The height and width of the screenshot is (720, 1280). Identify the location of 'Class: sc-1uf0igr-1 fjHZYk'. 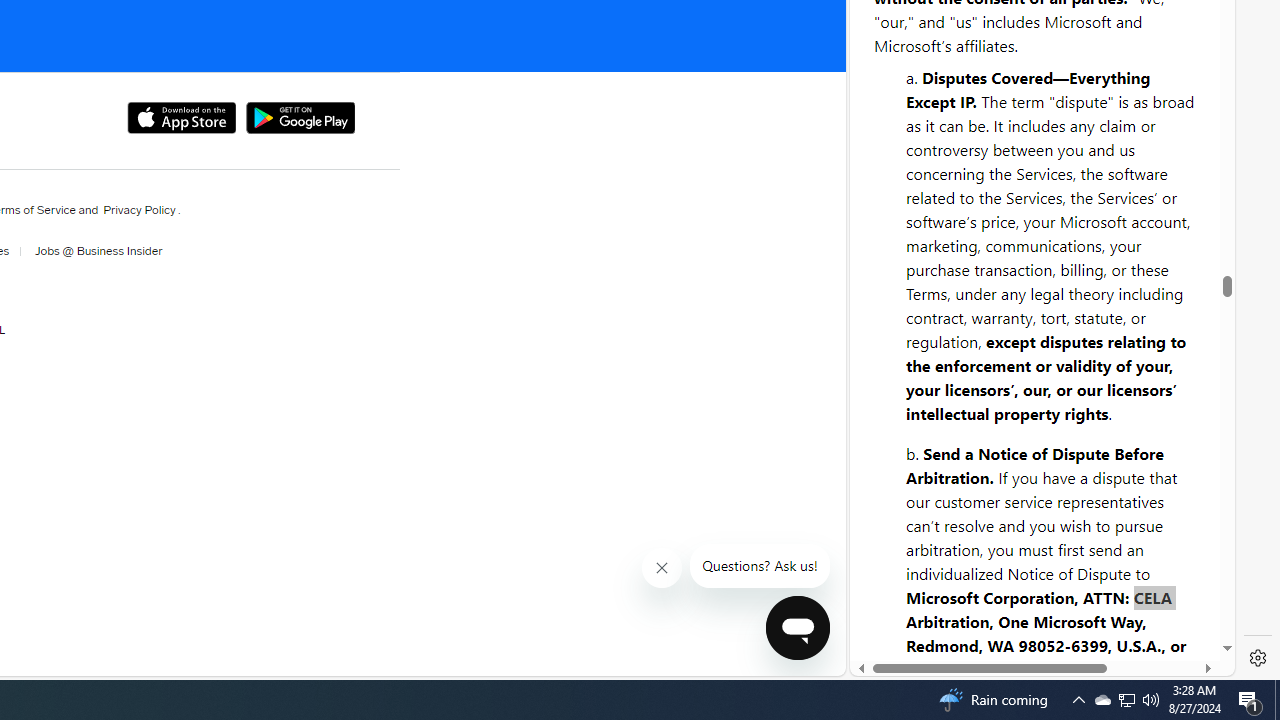
(662, 568).